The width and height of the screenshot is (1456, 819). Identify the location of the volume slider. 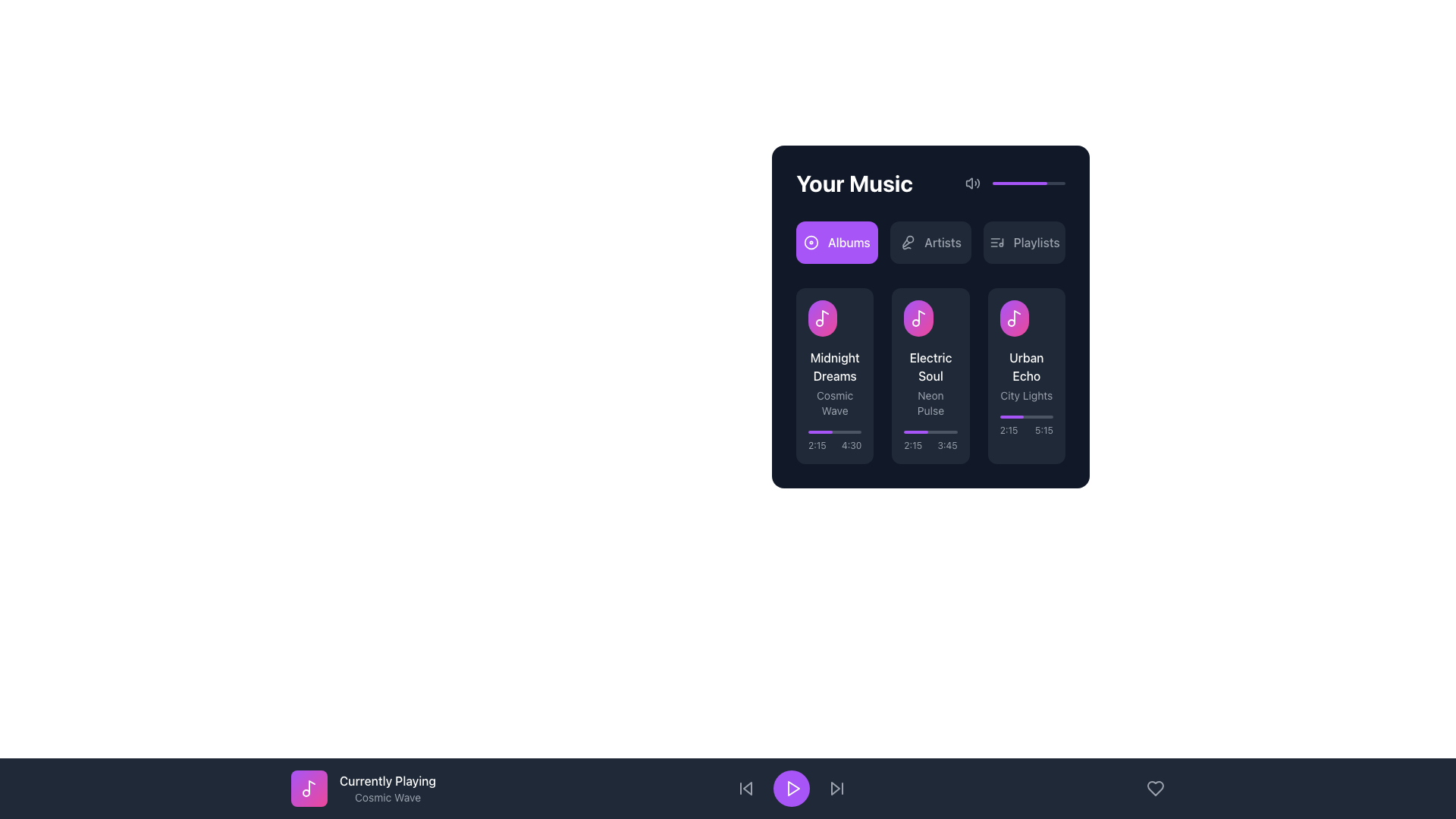
(1045, 183).